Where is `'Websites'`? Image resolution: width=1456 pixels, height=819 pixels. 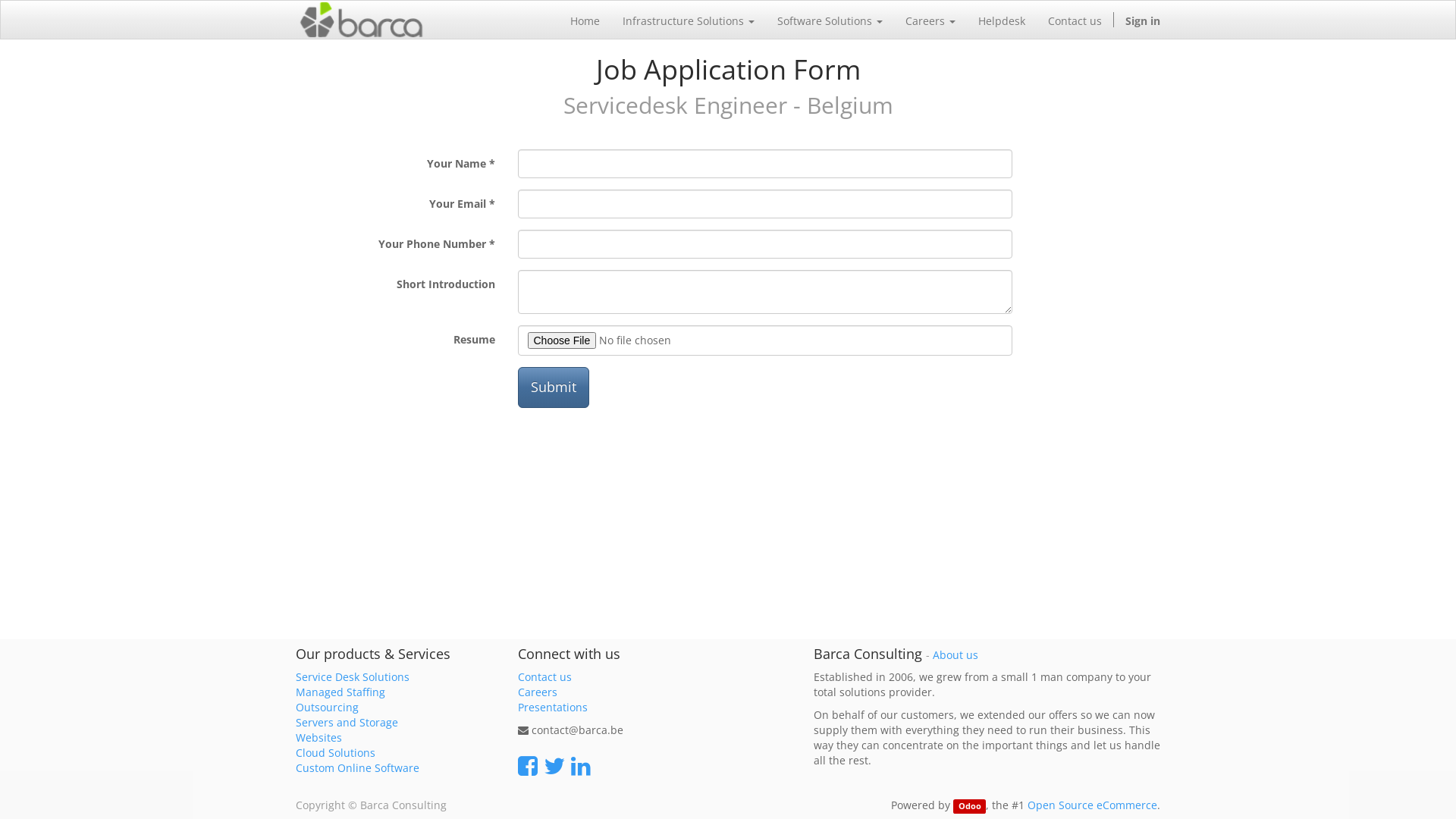
'Websites' is located at coordinates (318, 736).